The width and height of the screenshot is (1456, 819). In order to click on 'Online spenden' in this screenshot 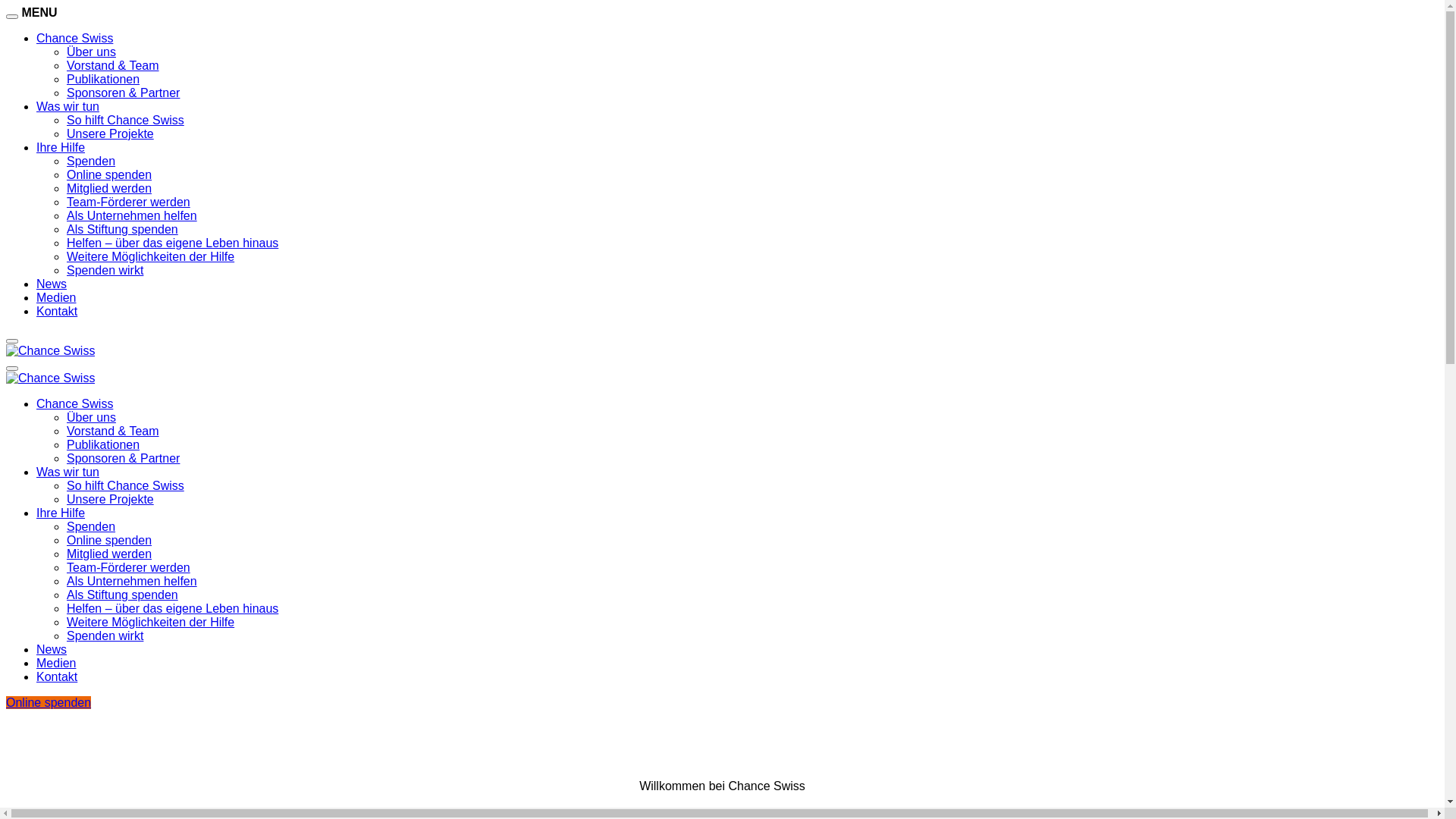, I will do `click(48, 702)`.